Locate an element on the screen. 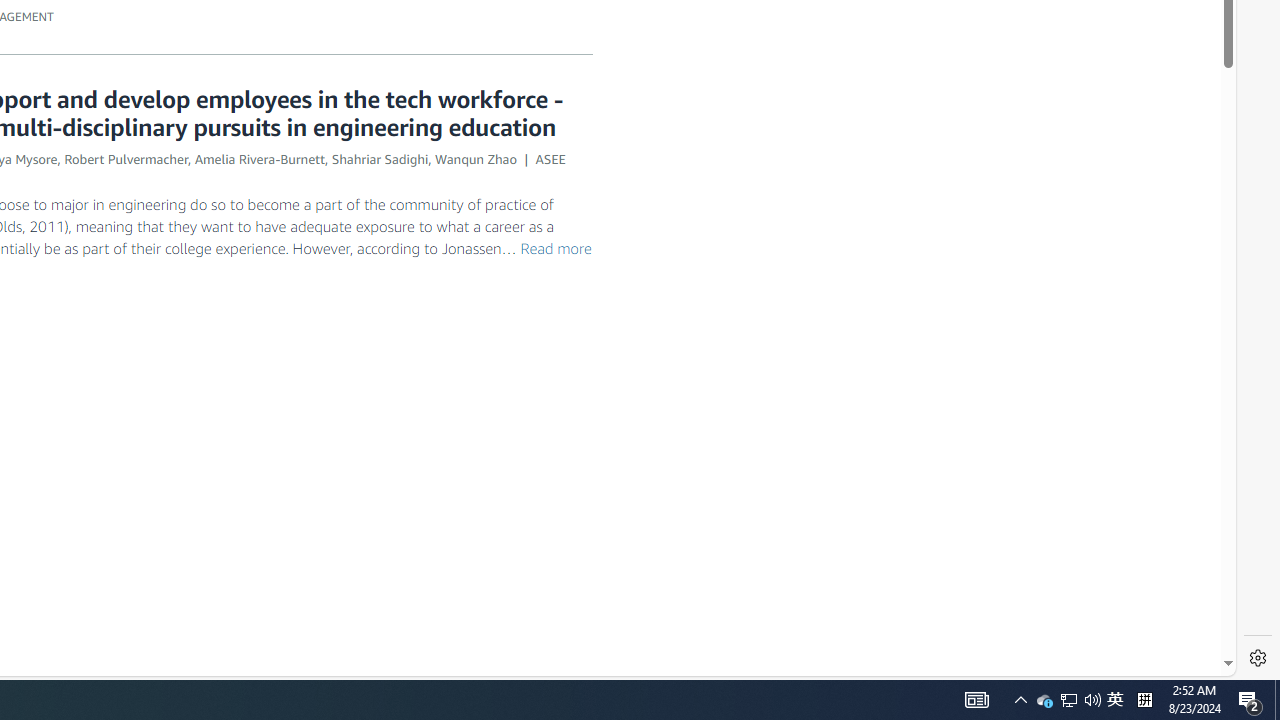  'Shahriar Sadighi' is located at coordinates (380, 157).